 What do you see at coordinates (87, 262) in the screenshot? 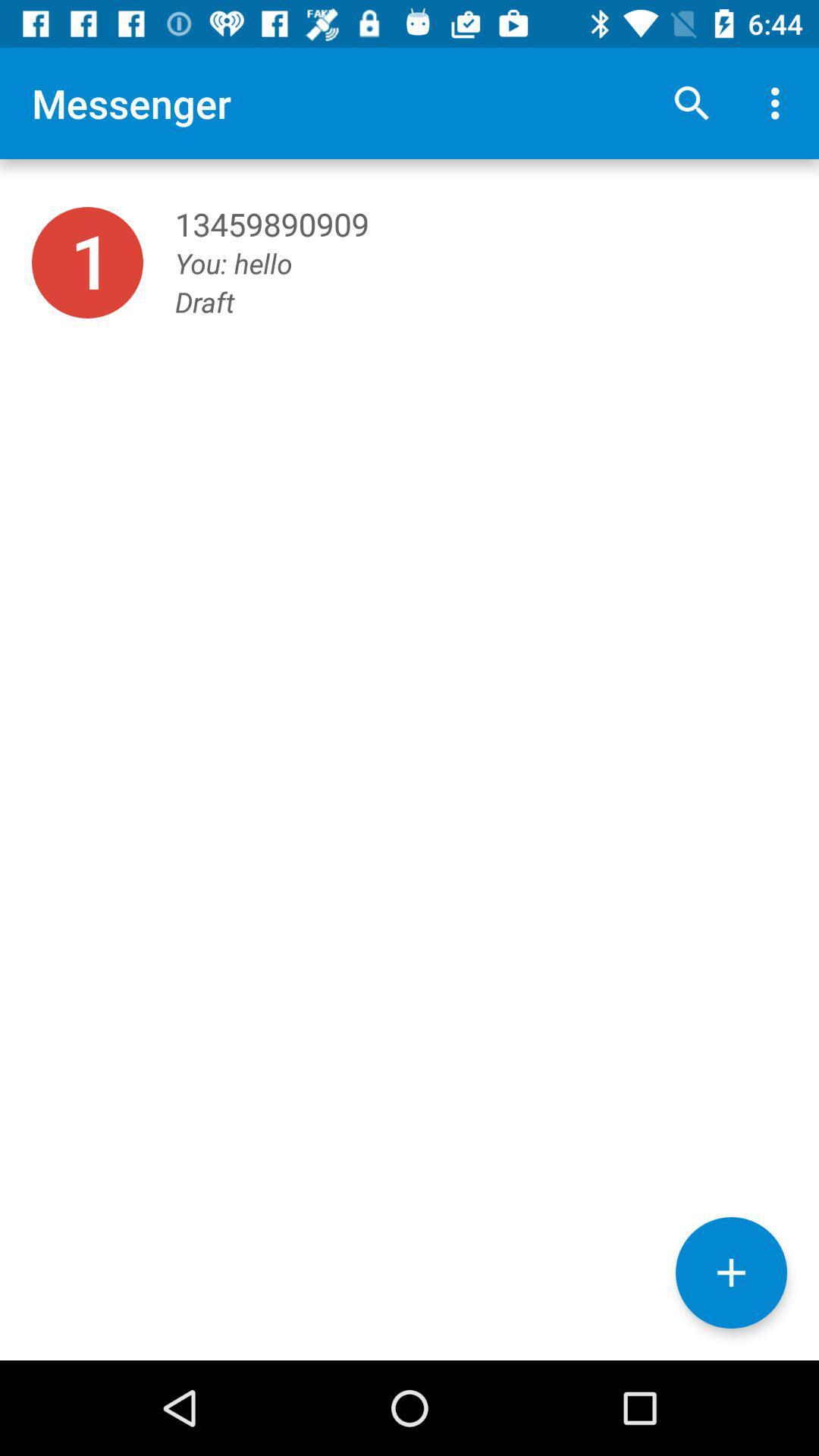
I see `the icon to the left of the 13459890909` at bounding box center [87, 262].